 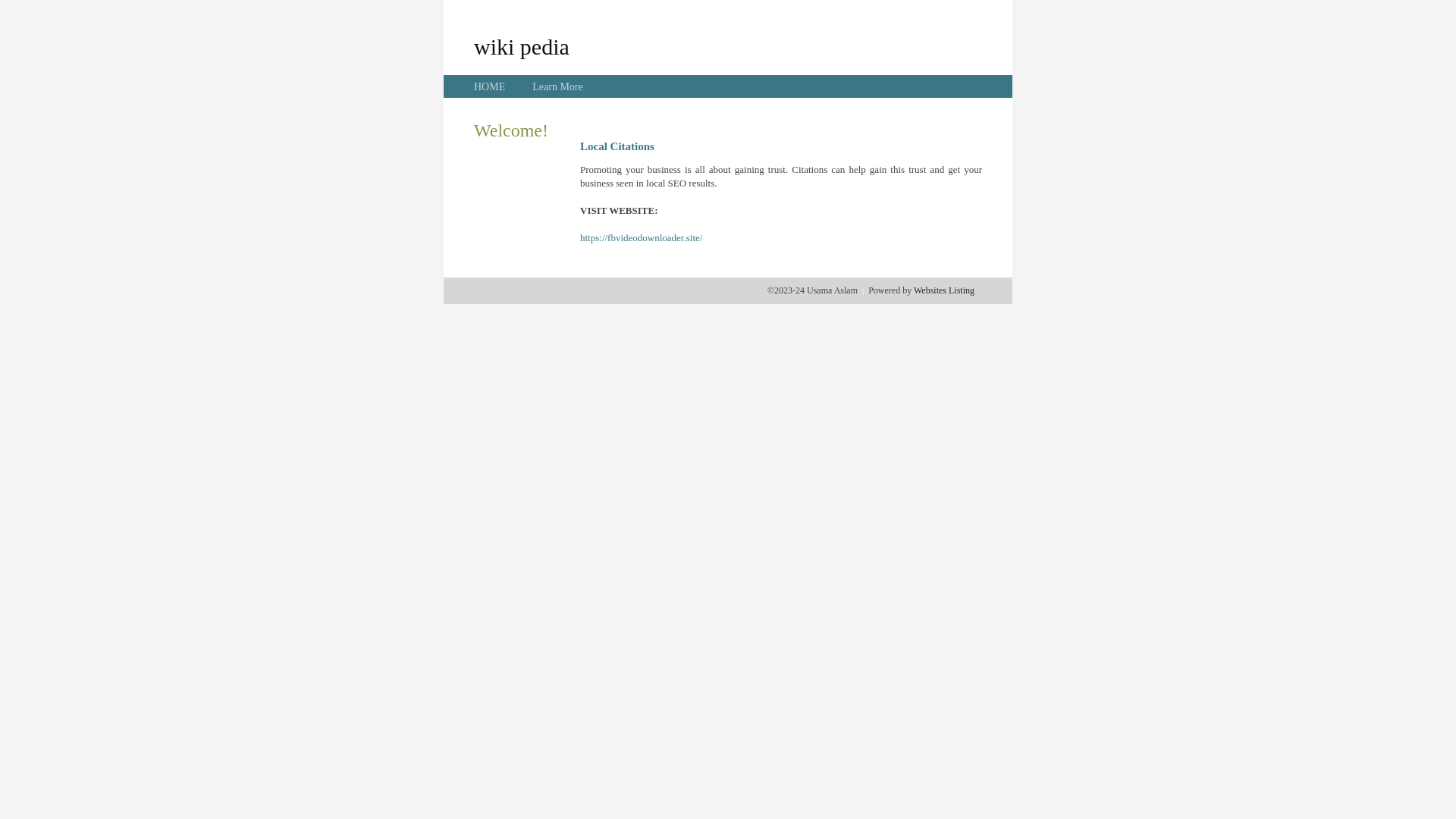 What do you see at coordinates (641, 237) in the screenshot?
I see `'https://fbvideodownloader.site/'` at bounding box center [641, 237].